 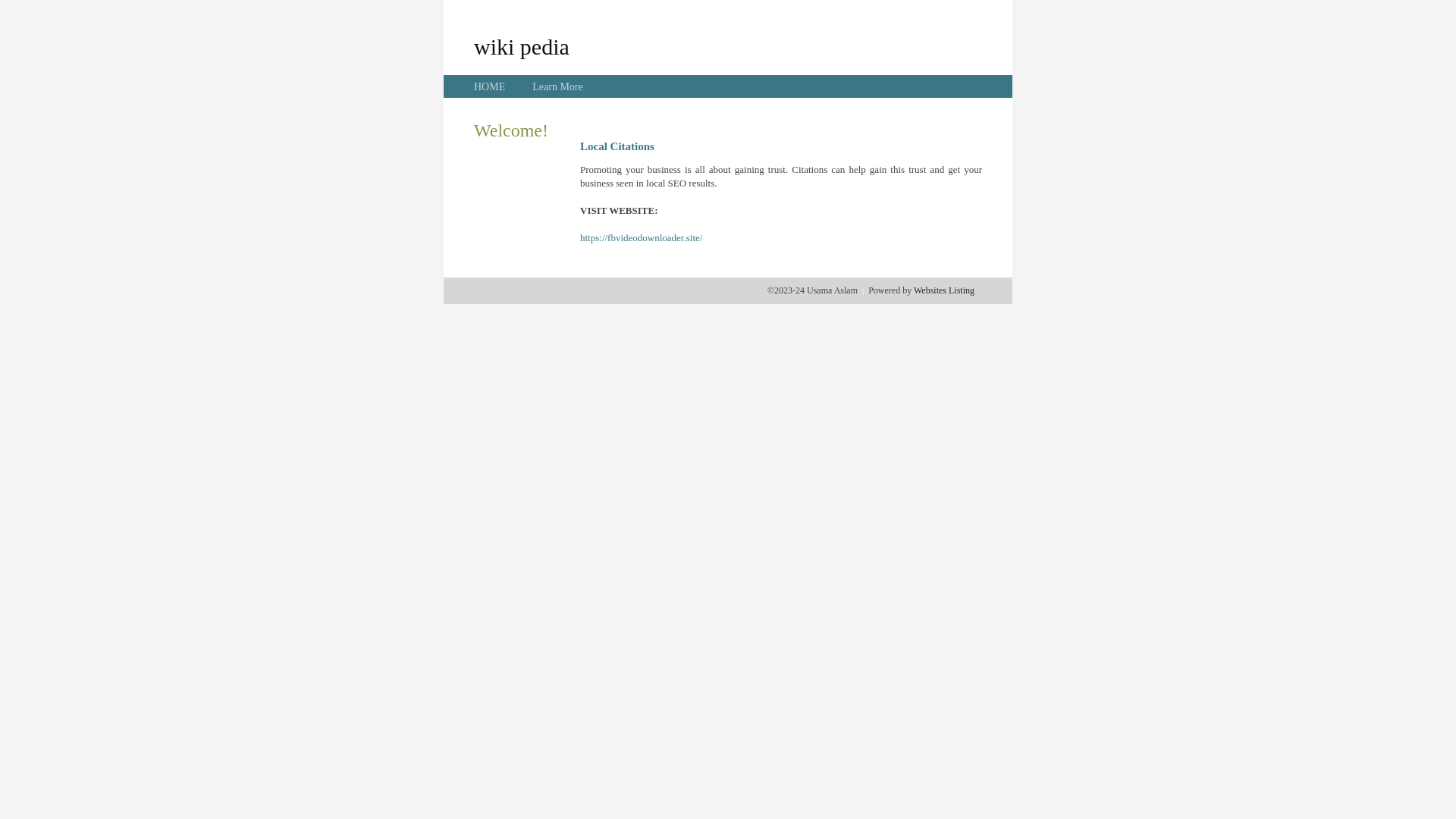 What do you see at coordinates (641, 237) in the screenshot?
I see `'https://fbvideodownloader.site/'` at bounding box center [641, 237].